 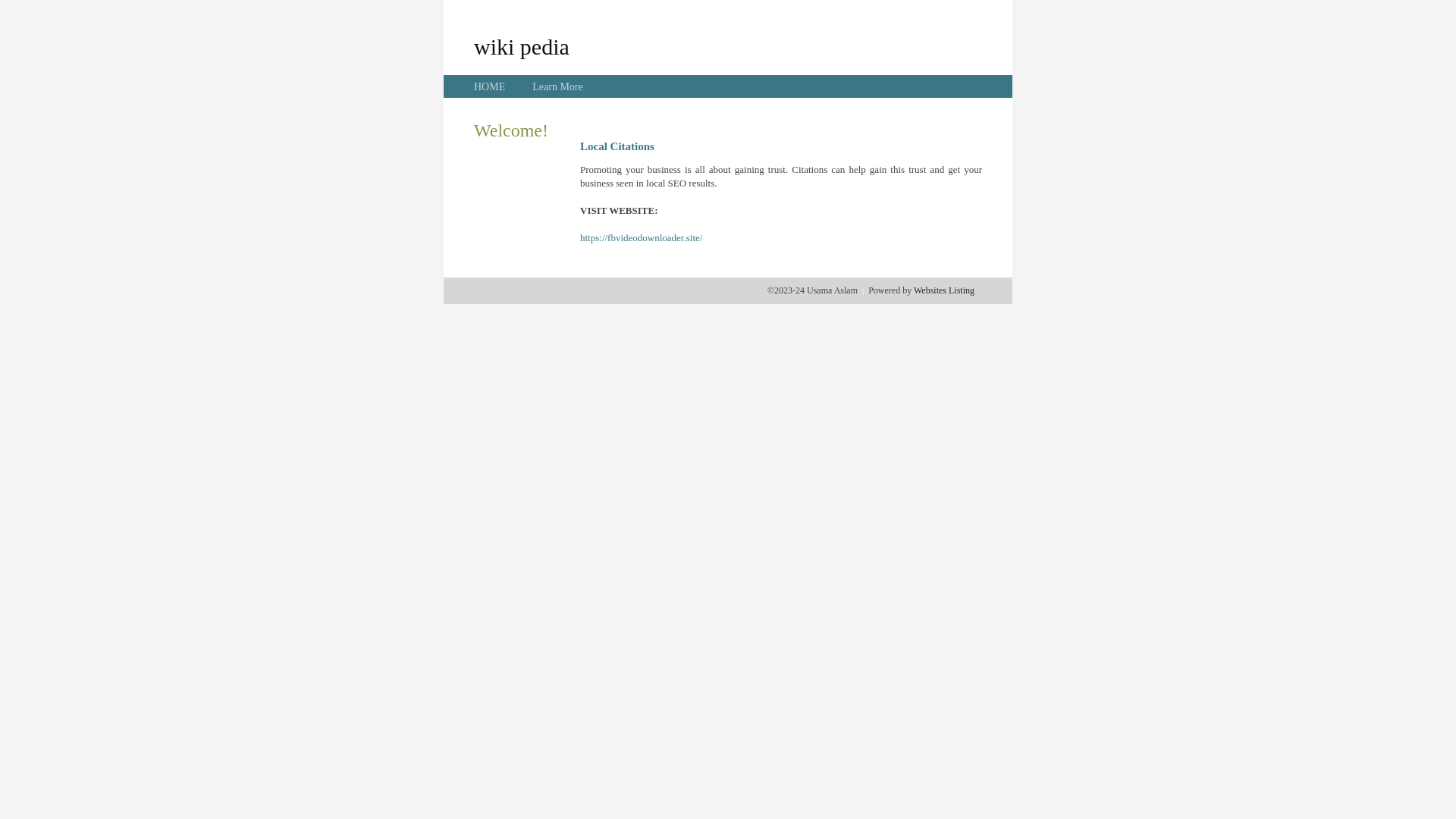 What do you see at coordinates (641, 237) in the screenshot?
I see `'https://fbvideodownloader.site/'` at bounding box center [641, 237].